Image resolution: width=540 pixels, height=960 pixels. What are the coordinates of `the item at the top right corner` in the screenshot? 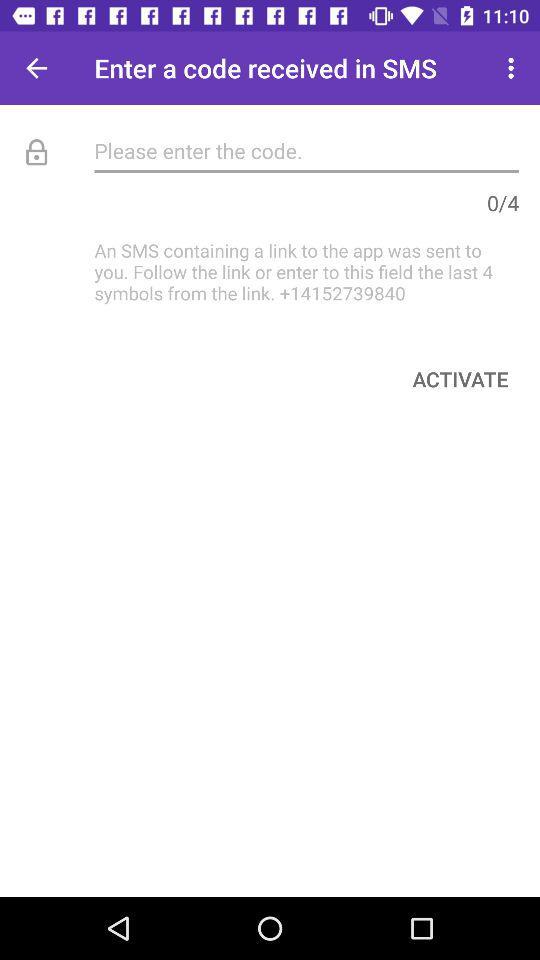 It's located at (513, 68).